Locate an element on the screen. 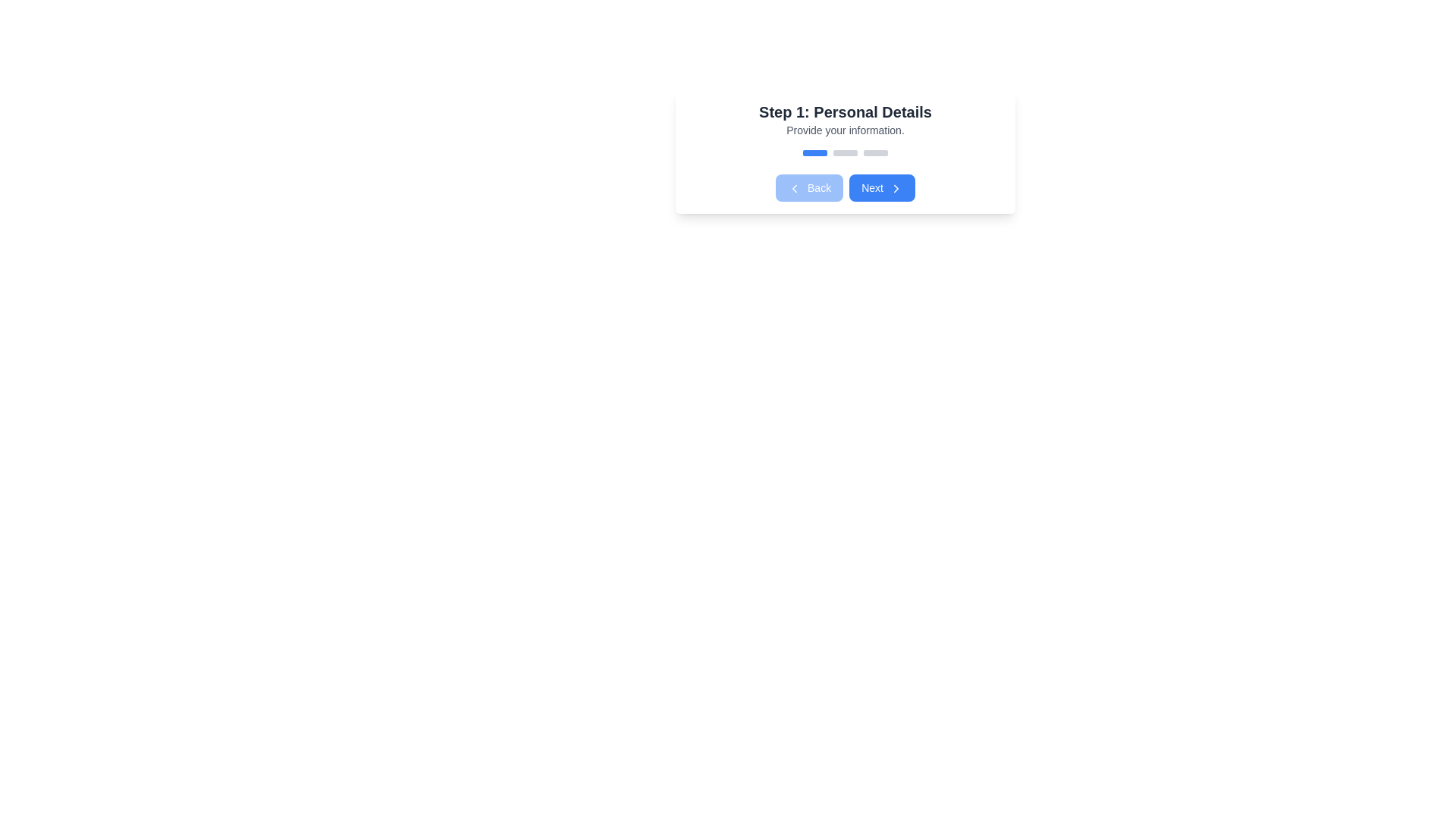  the 'Next' button icon to advance to the next step in the form interface is located at coordinates (896, 188).